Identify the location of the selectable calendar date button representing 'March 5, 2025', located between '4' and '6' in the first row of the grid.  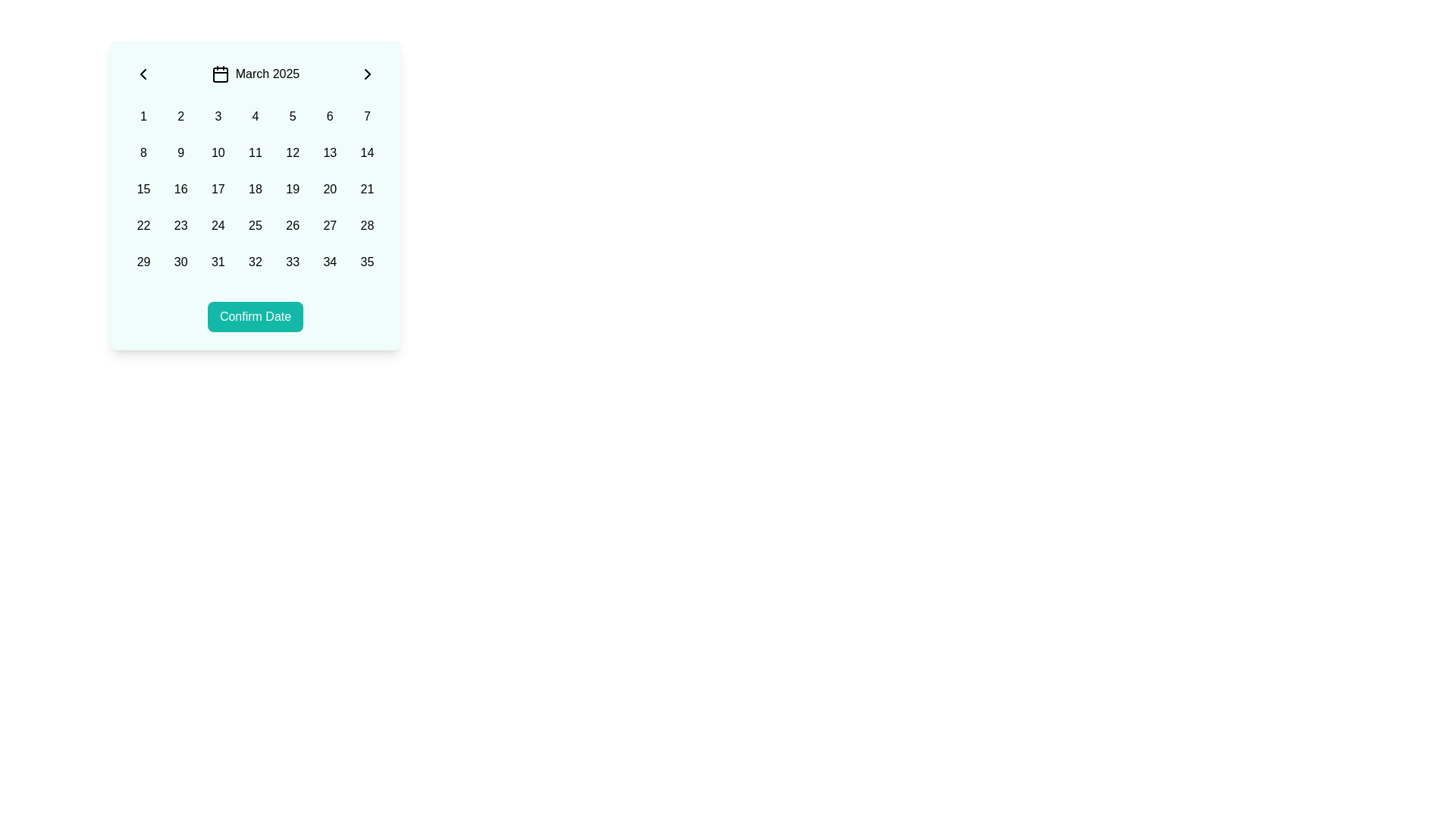
(293, 116).